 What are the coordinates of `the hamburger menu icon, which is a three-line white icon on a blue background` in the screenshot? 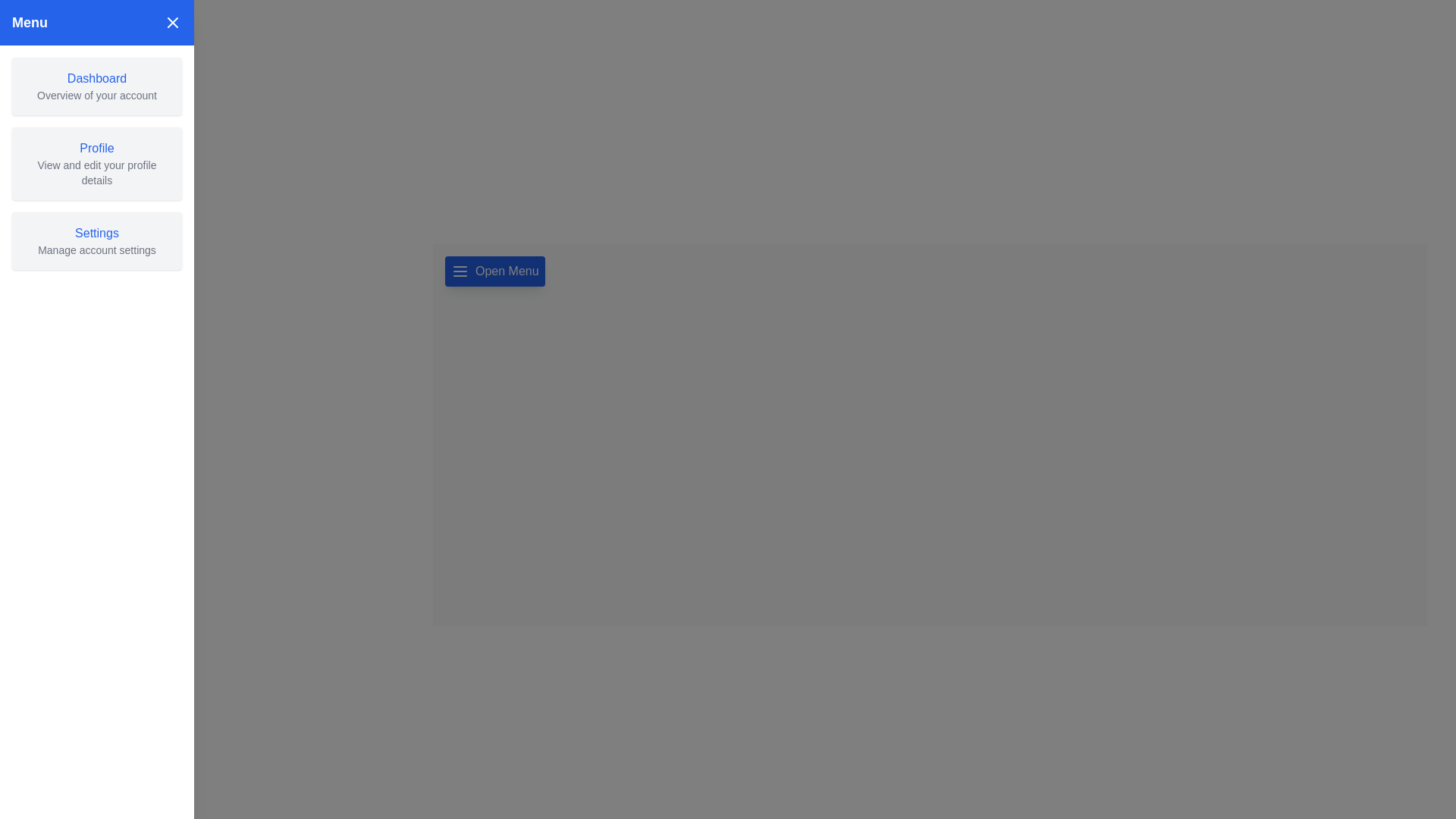 It's located at (459, 271).